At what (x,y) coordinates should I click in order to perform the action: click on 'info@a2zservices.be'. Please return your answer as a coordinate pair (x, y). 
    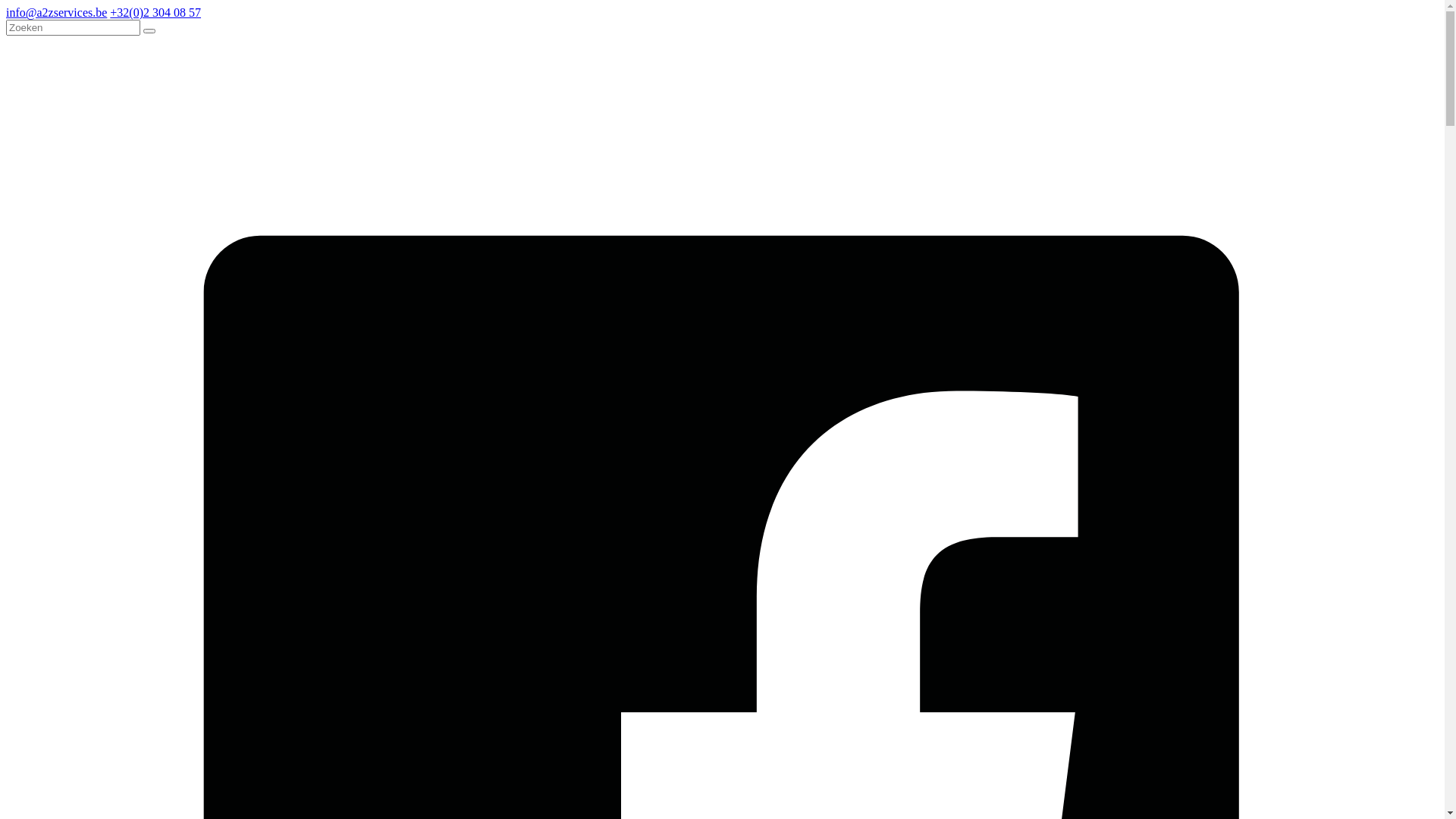
    Looking at the image, I should click on (6, 12).